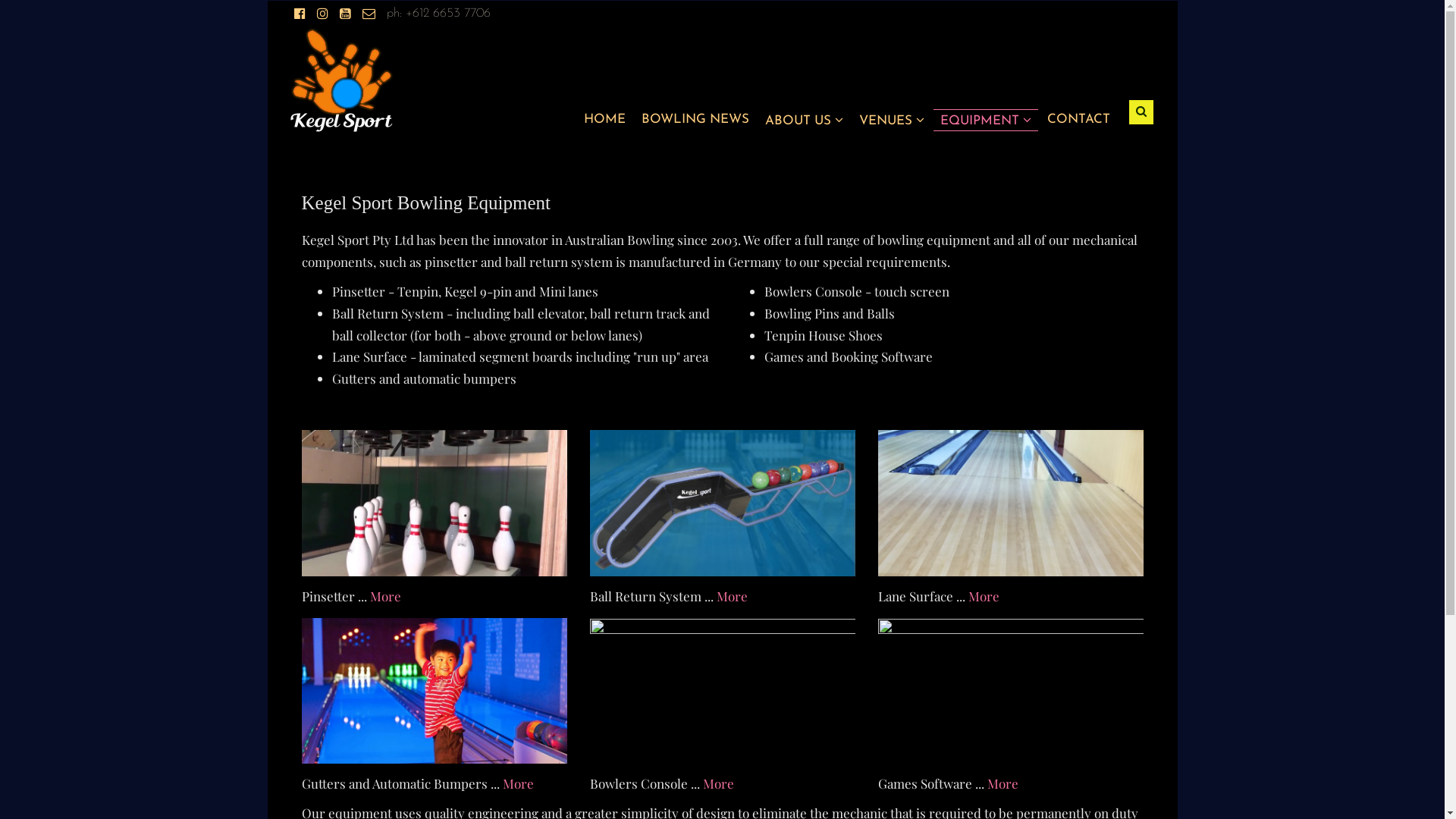  Describe the element at coordinates (722, 691) in the screenshot. I see `'bowlwrs console'` at that location.